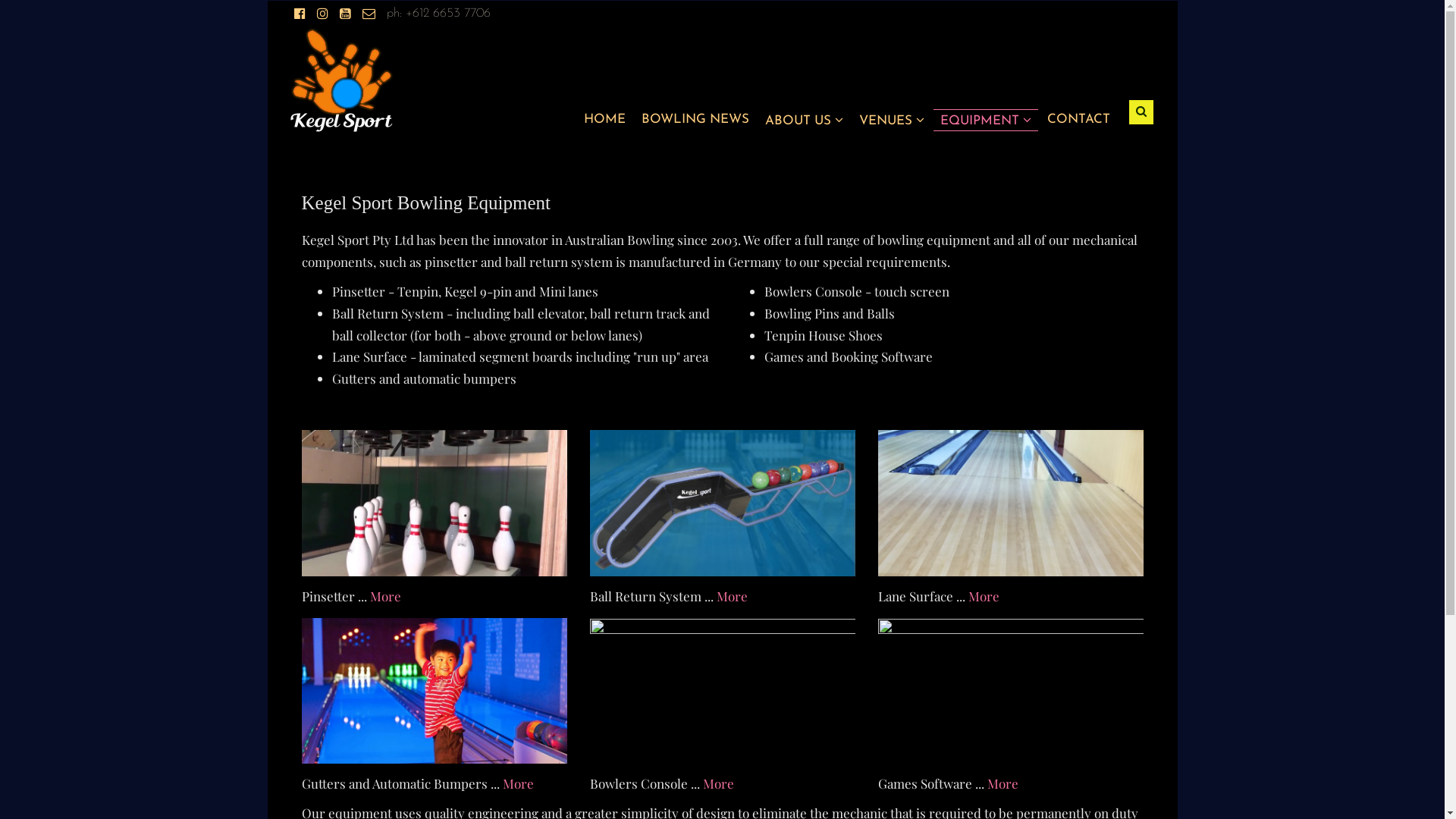  Describe the element at coordinates (722, 691) in the screenshot. I see `'bowlwrs console'` at that location.